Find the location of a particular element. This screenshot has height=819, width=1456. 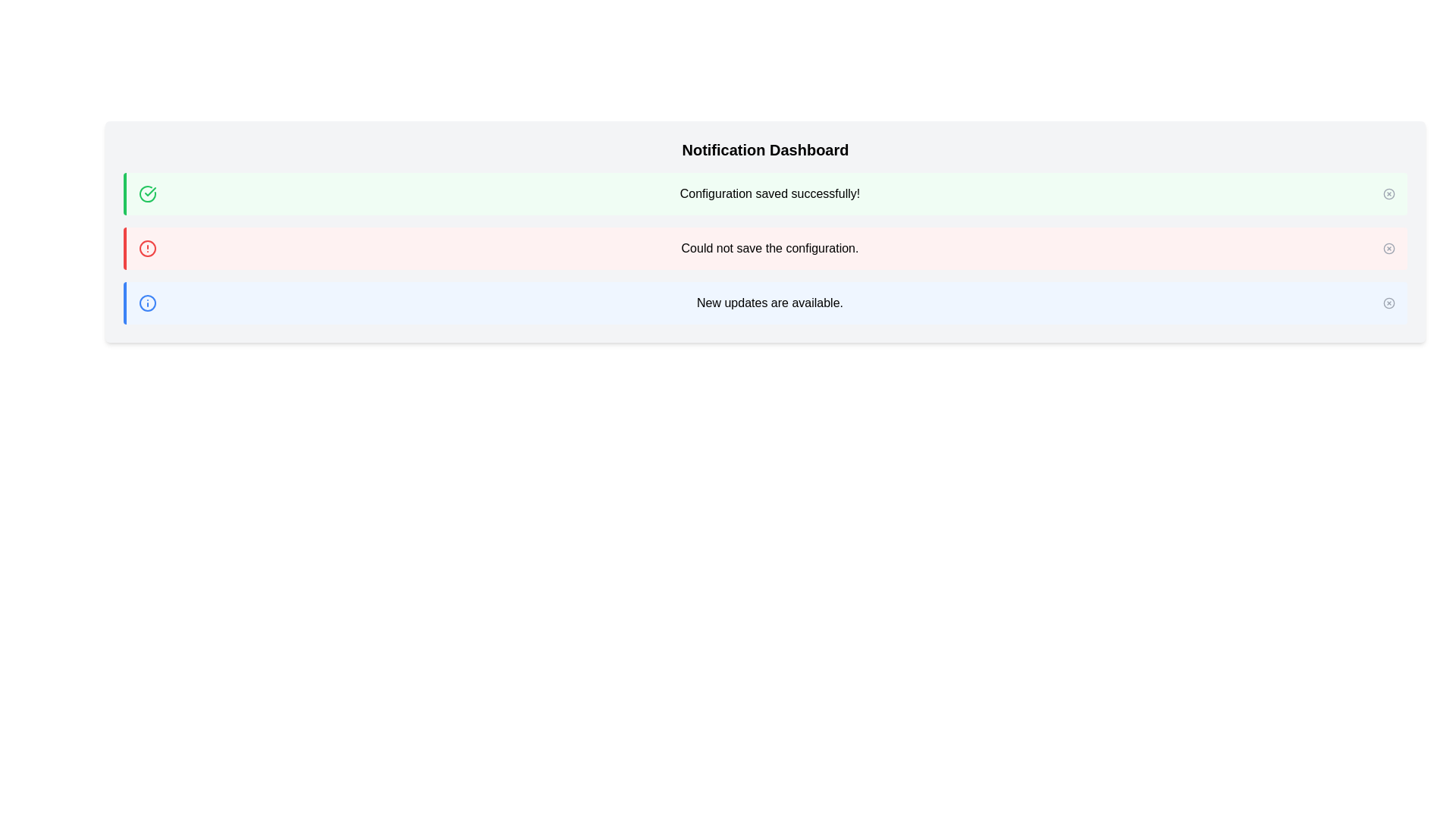

the Information Icon located at the start of the notification labeled 'New updates are available.' This icon is part of the leftmost section within a blue-colored border, indicating its informational role is located at coordinates (148, 303).